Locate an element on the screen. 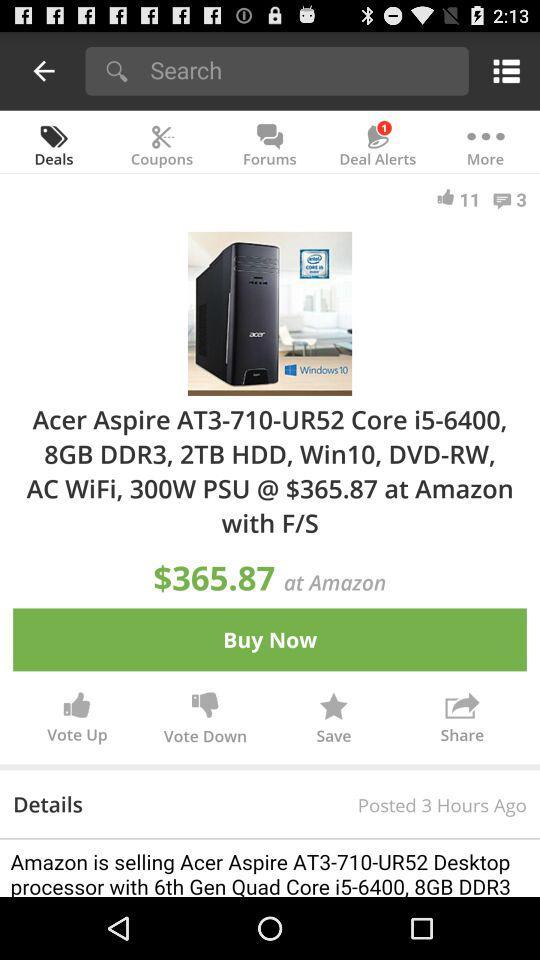 This screenshot has width=540, height=960. the button to the left of share icon is located at coordinates (333, 720).